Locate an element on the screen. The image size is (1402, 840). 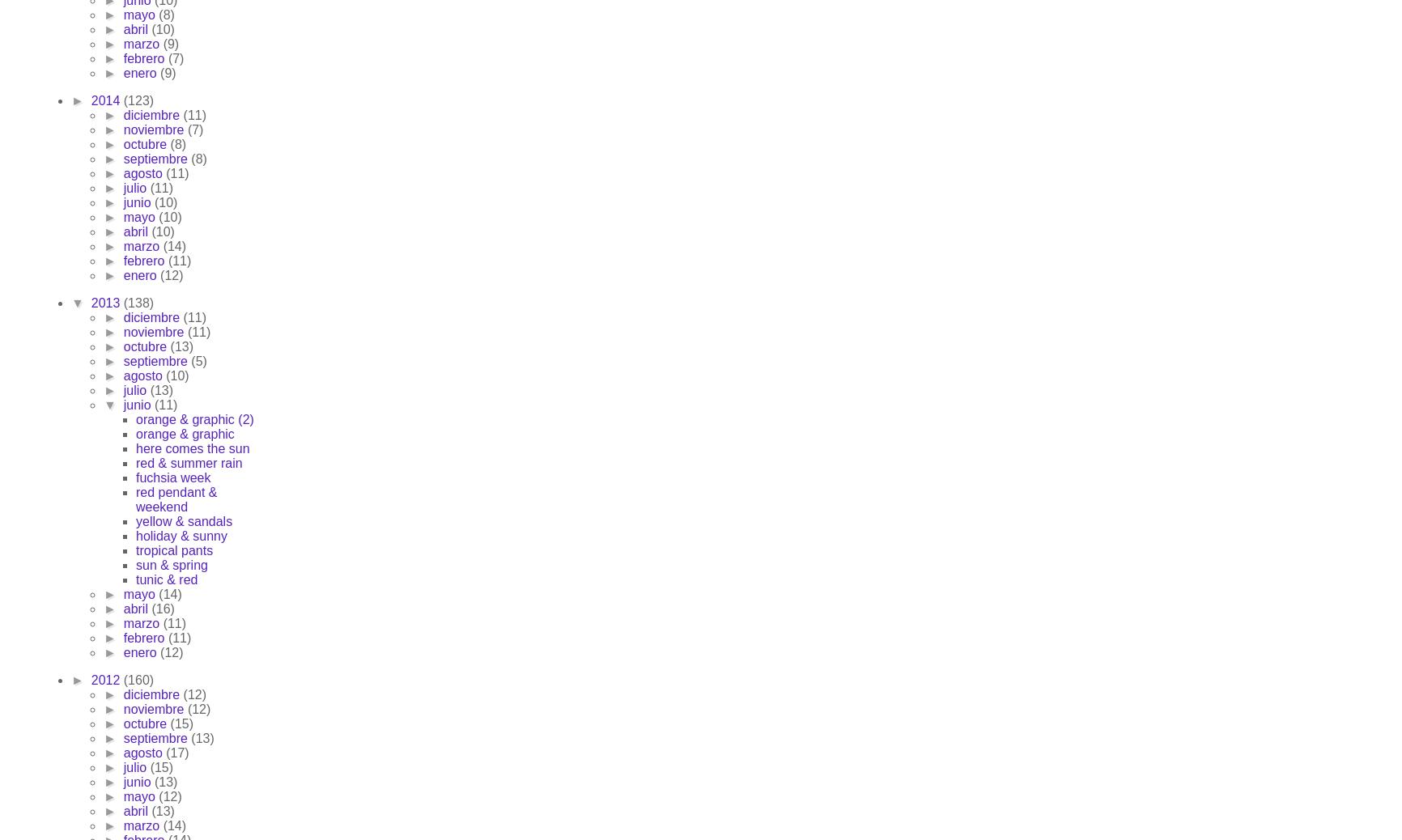
'fuchsia week' is located at coordinates (136, 476).